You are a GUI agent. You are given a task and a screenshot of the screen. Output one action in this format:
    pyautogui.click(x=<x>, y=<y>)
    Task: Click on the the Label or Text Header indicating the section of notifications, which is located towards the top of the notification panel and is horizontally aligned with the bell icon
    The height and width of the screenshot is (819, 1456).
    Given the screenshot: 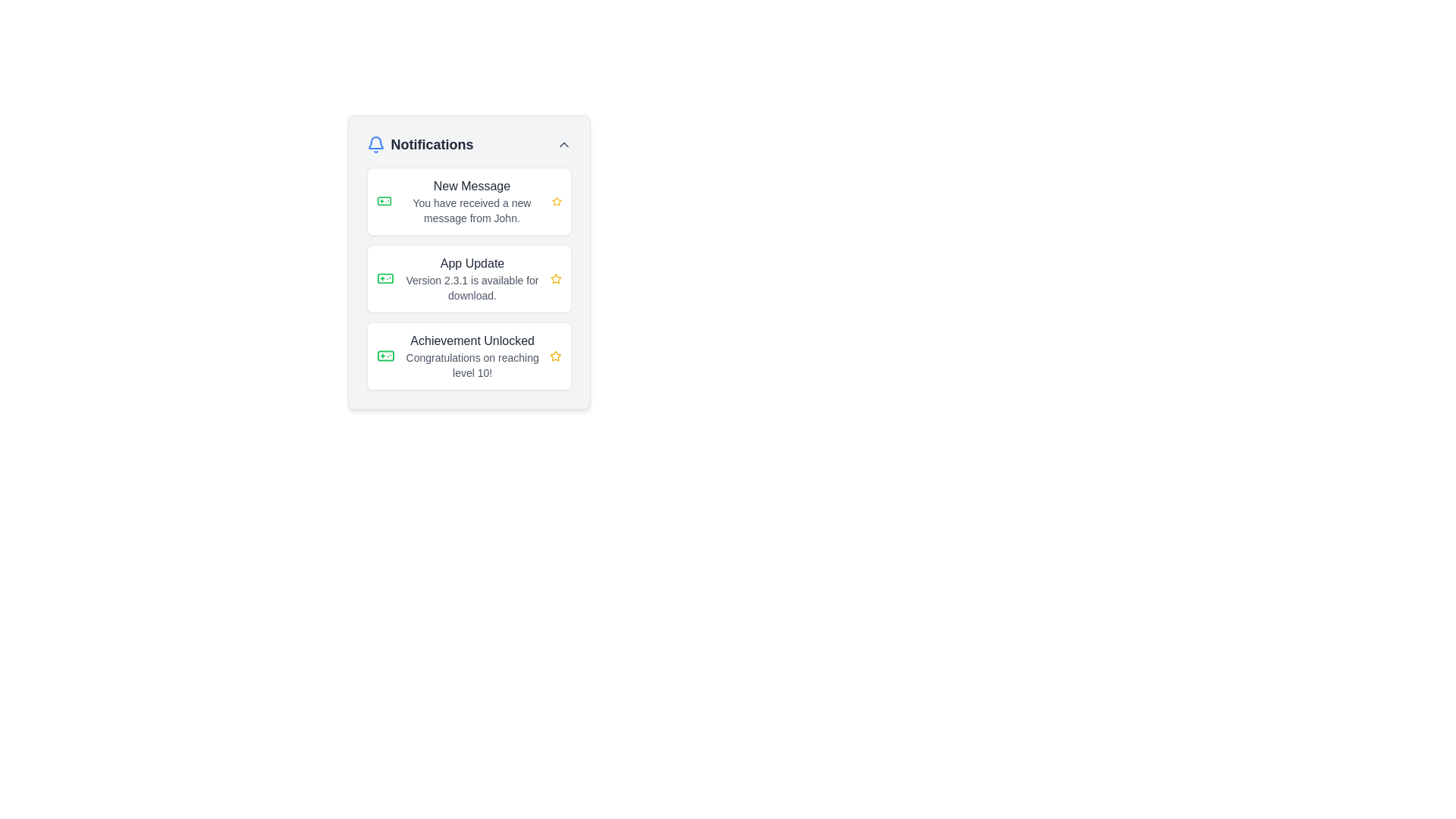 What is the action you would take?
    pyautogui.click(x=431, y=145)
    